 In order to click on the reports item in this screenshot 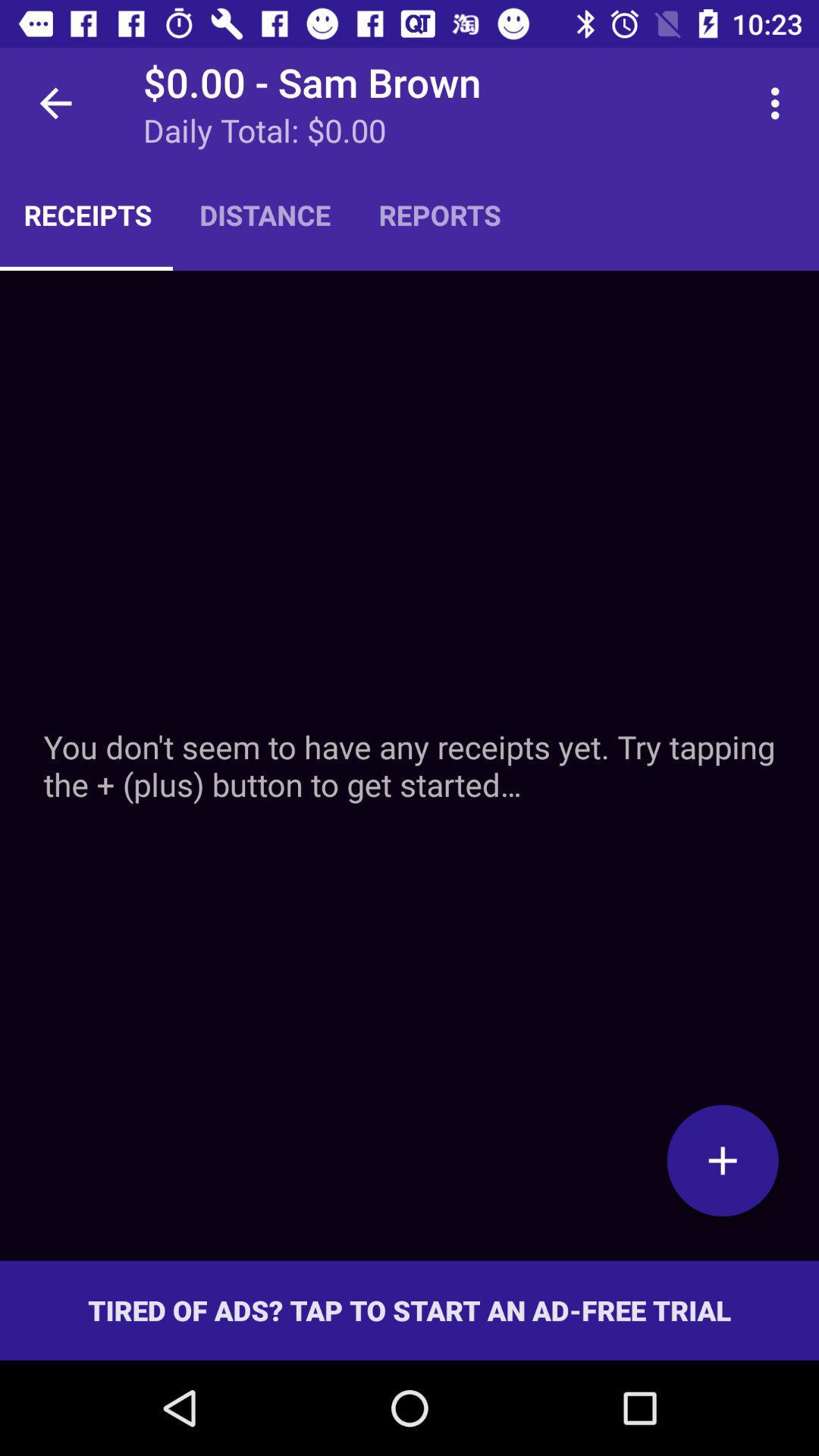, I will do `click(440, 214)`.